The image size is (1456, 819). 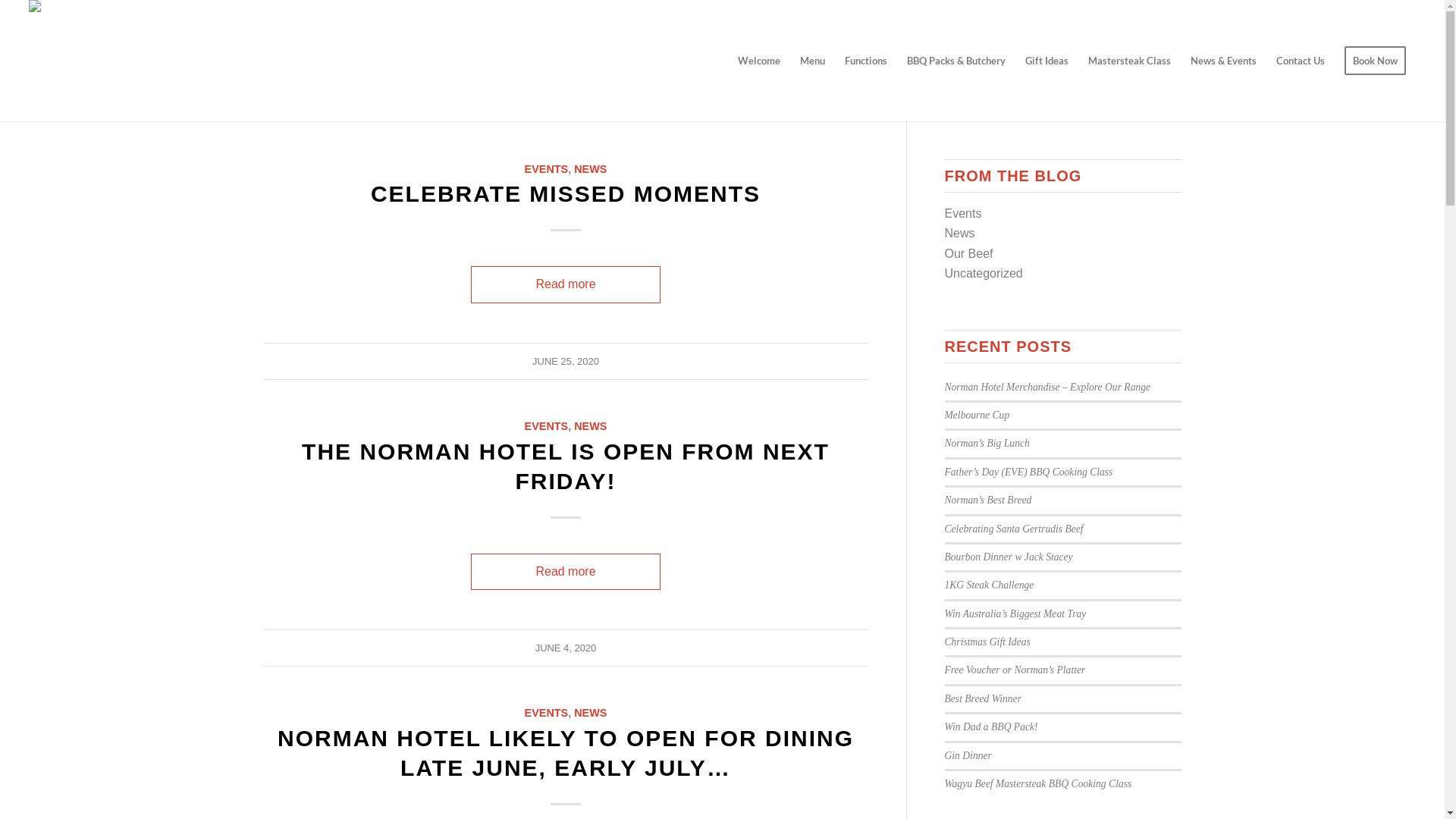 I want to click on 'Mastersteak Class', so click(x=1129, y=60).